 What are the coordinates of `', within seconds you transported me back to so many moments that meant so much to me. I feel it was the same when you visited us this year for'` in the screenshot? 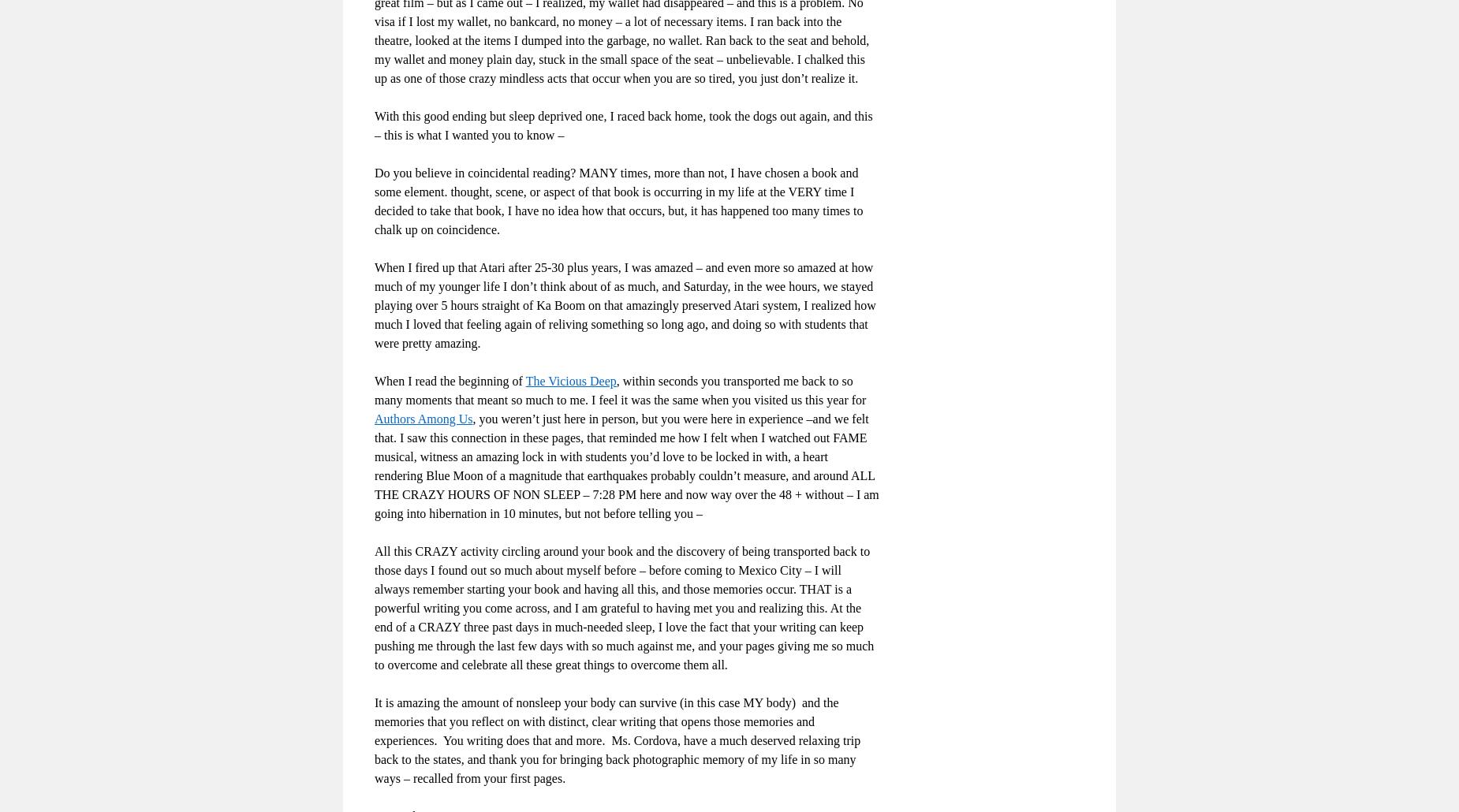 It's located at (620, 389).